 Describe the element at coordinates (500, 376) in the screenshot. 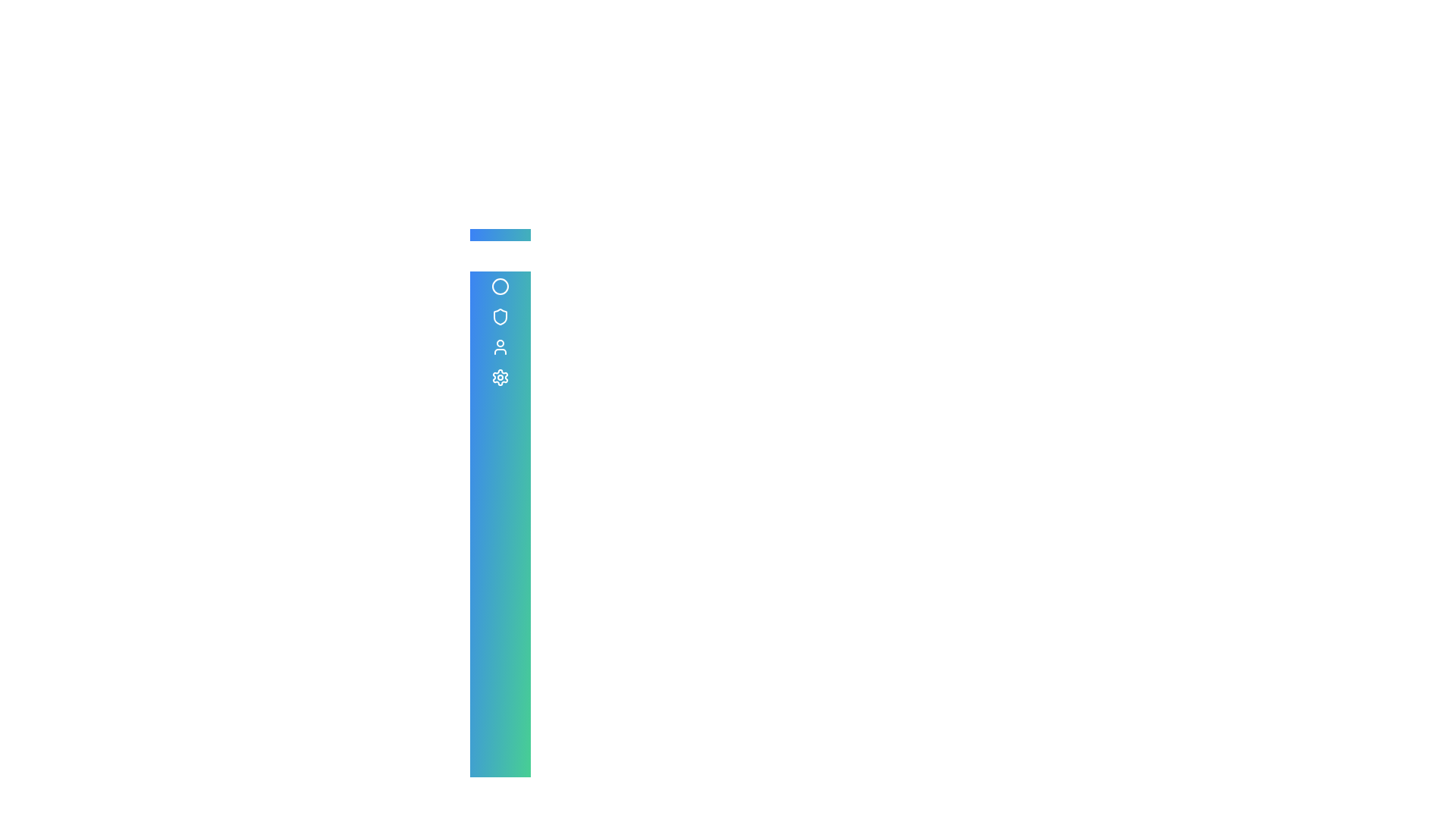

I see `the graphical icon with a cogwheel design, which represents settings or configuration options, located as the fourth item in the vertical toolbar on the right side of the main interface` at that location.